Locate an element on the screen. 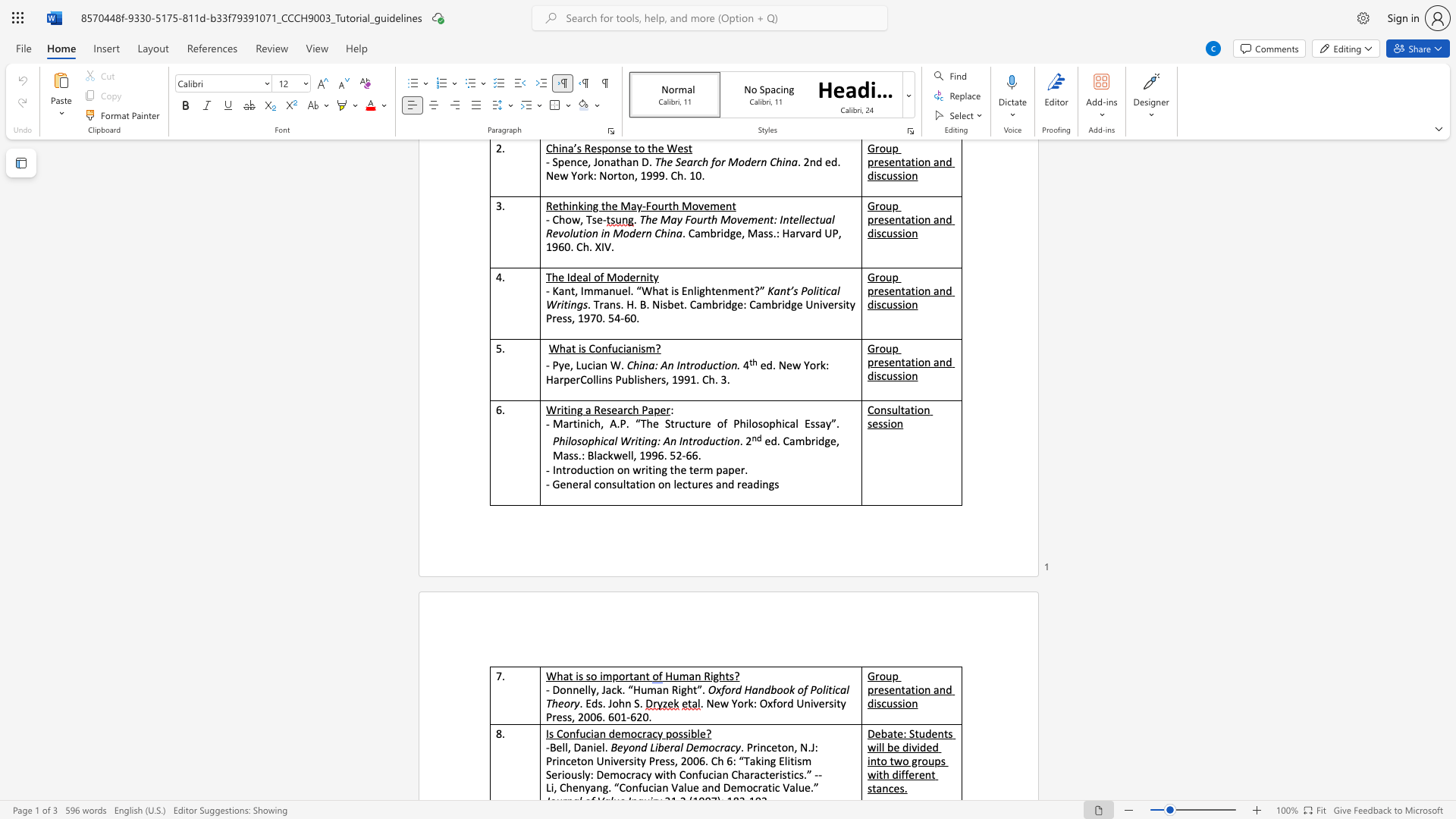 This screenshot has height=819, width=1456. the subset text "n Ri" within the text "Human Rights?" is located at coordinates (694, 675).